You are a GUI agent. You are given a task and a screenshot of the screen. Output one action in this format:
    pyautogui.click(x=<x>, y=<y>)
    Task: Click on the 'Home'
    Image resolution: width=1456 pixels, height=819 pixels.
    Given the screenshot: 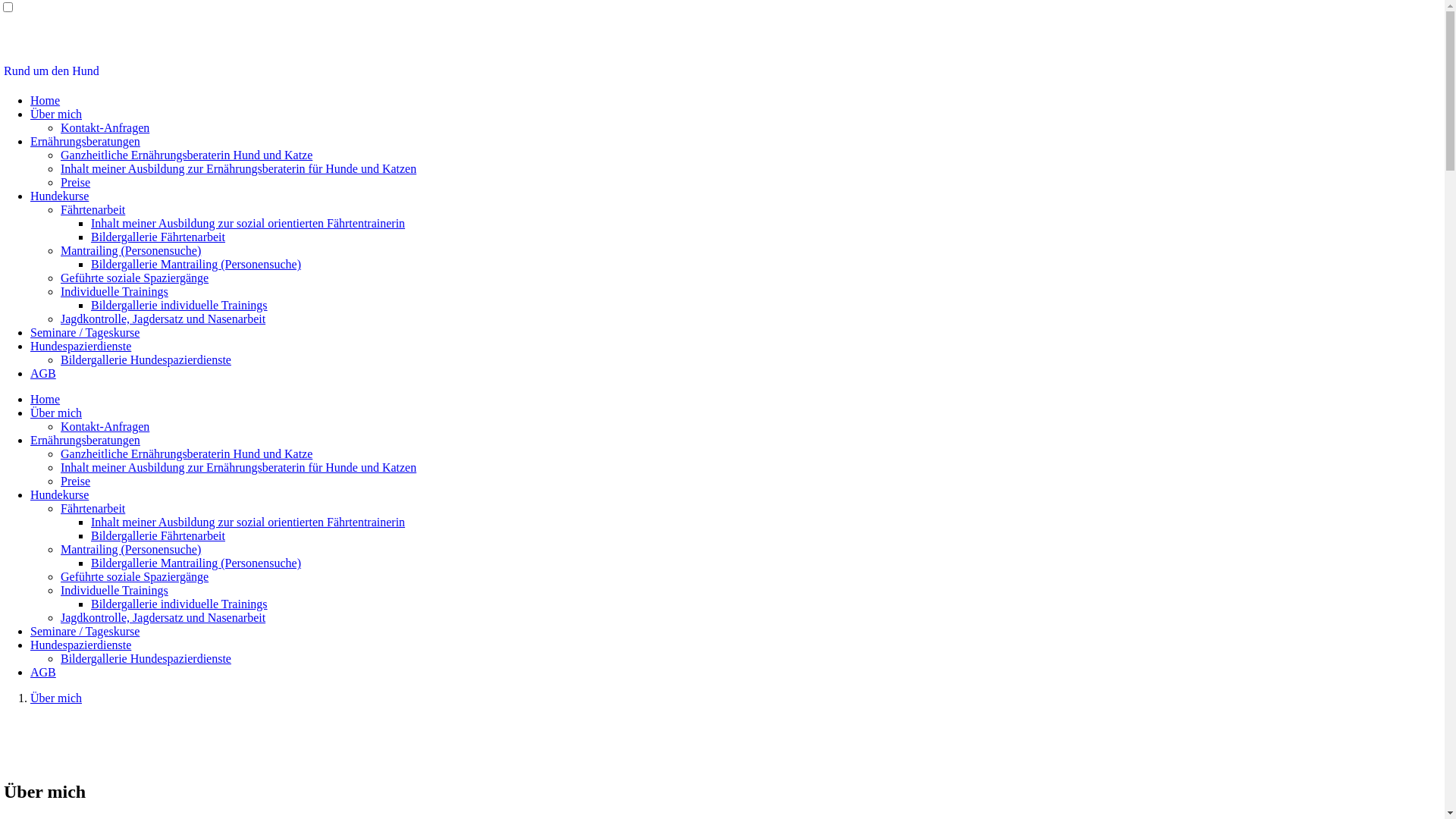 What is the action you would take?
    pyautogui.click(x=45, y=100)
    